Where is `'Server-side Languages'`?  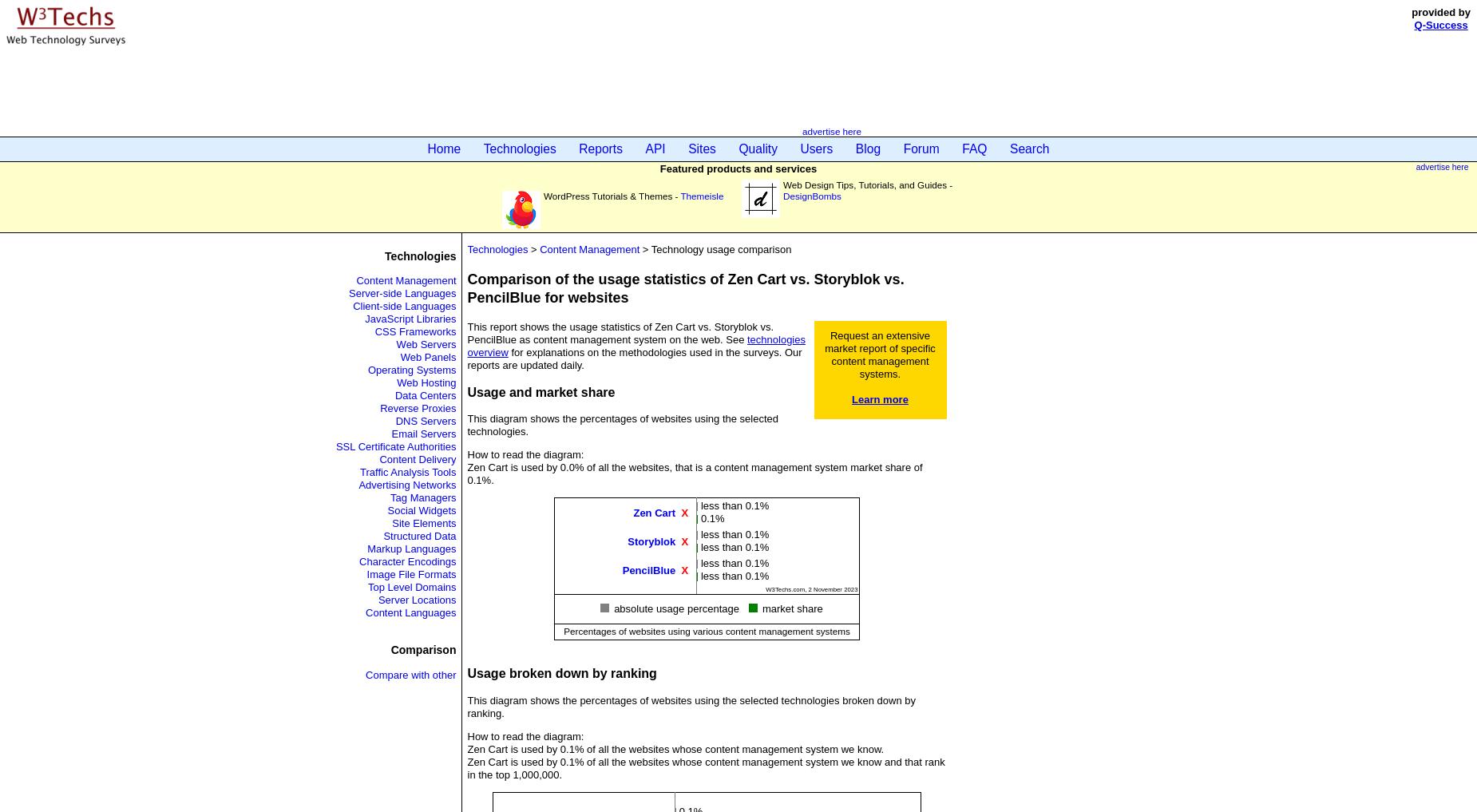
'Server-side Languages' is located at coordinates (402, 292).